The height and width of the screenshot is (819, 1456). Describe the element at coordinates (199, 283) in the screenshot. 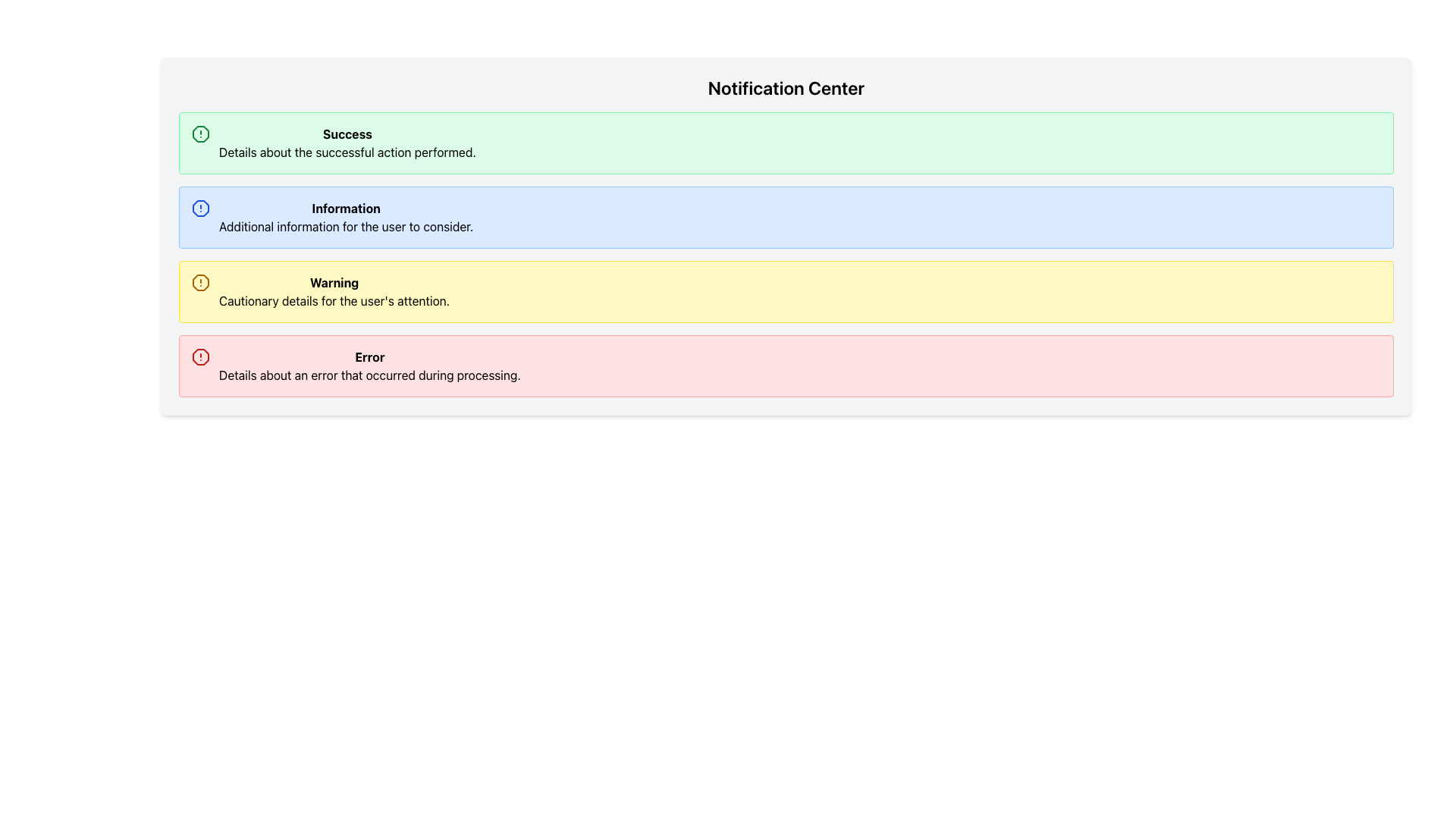

I see `the octagonal warning icon with a yellow stroke color, which features a filled exclamation mark and is located adjacent to the label 'Warning' in the notification card, to emphasize the warning` at that location.